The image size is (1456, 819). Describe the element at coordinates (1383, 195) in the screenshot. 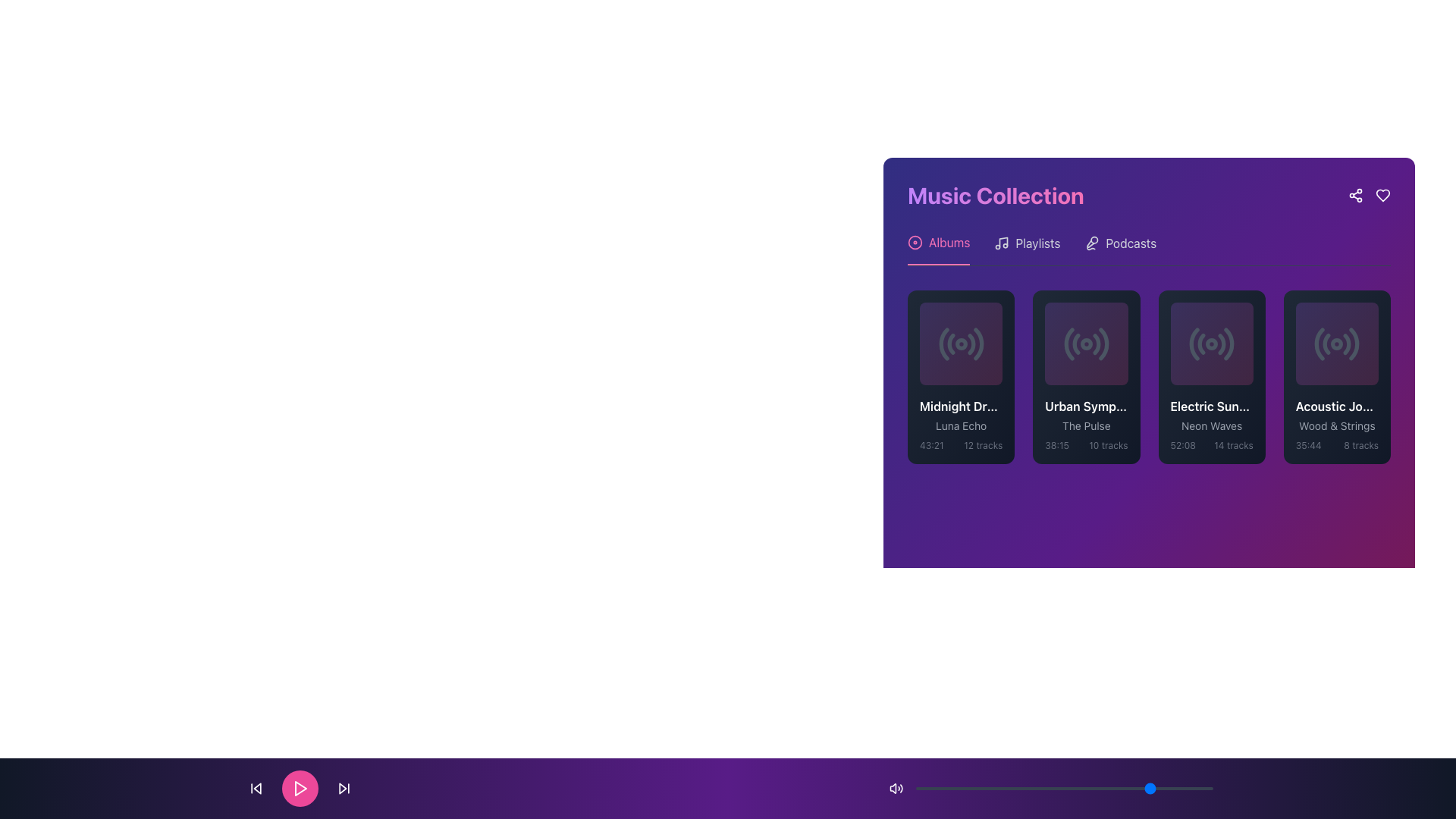

I see `the heart-shaped icon in the top-right corner of the 'Music Collection' panel` at that location.